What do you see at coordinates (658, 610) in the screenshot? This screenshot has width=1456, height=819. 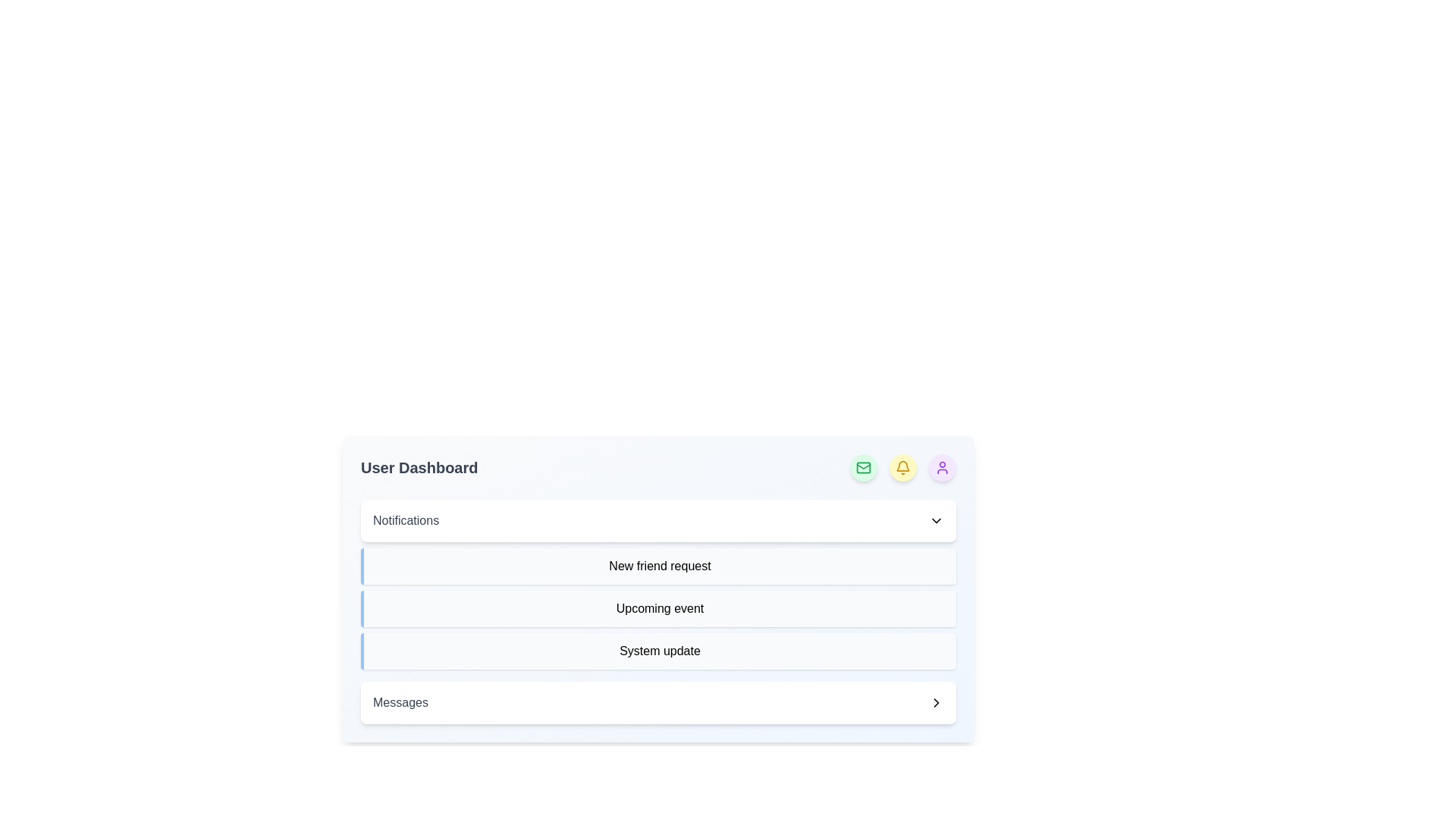 I see `the 'Upcoming event' notification in the notifications list` at bounding box center [658, 610].